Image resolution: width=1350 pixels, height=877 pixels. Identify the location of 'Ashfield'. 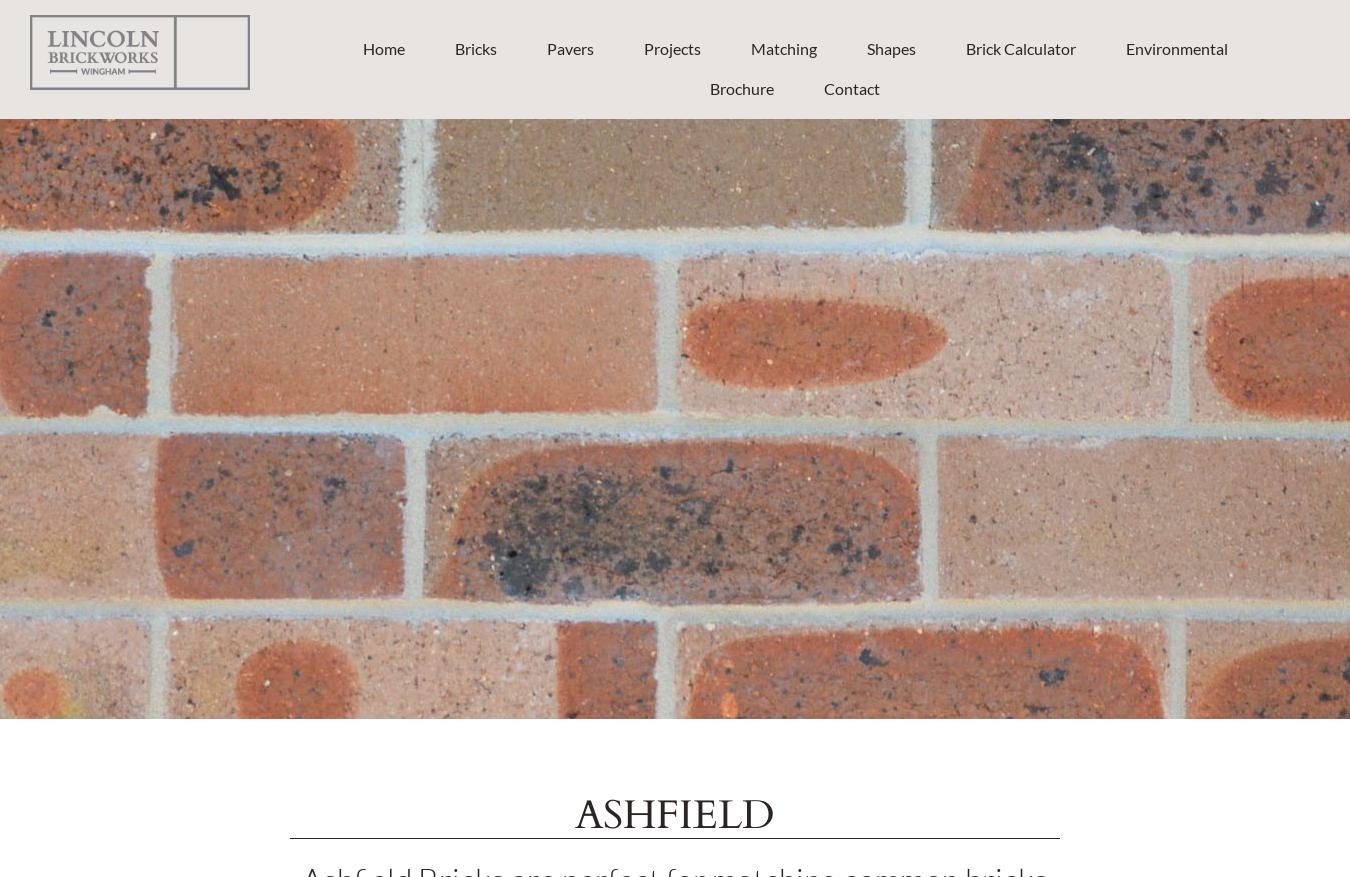
(675, 814).